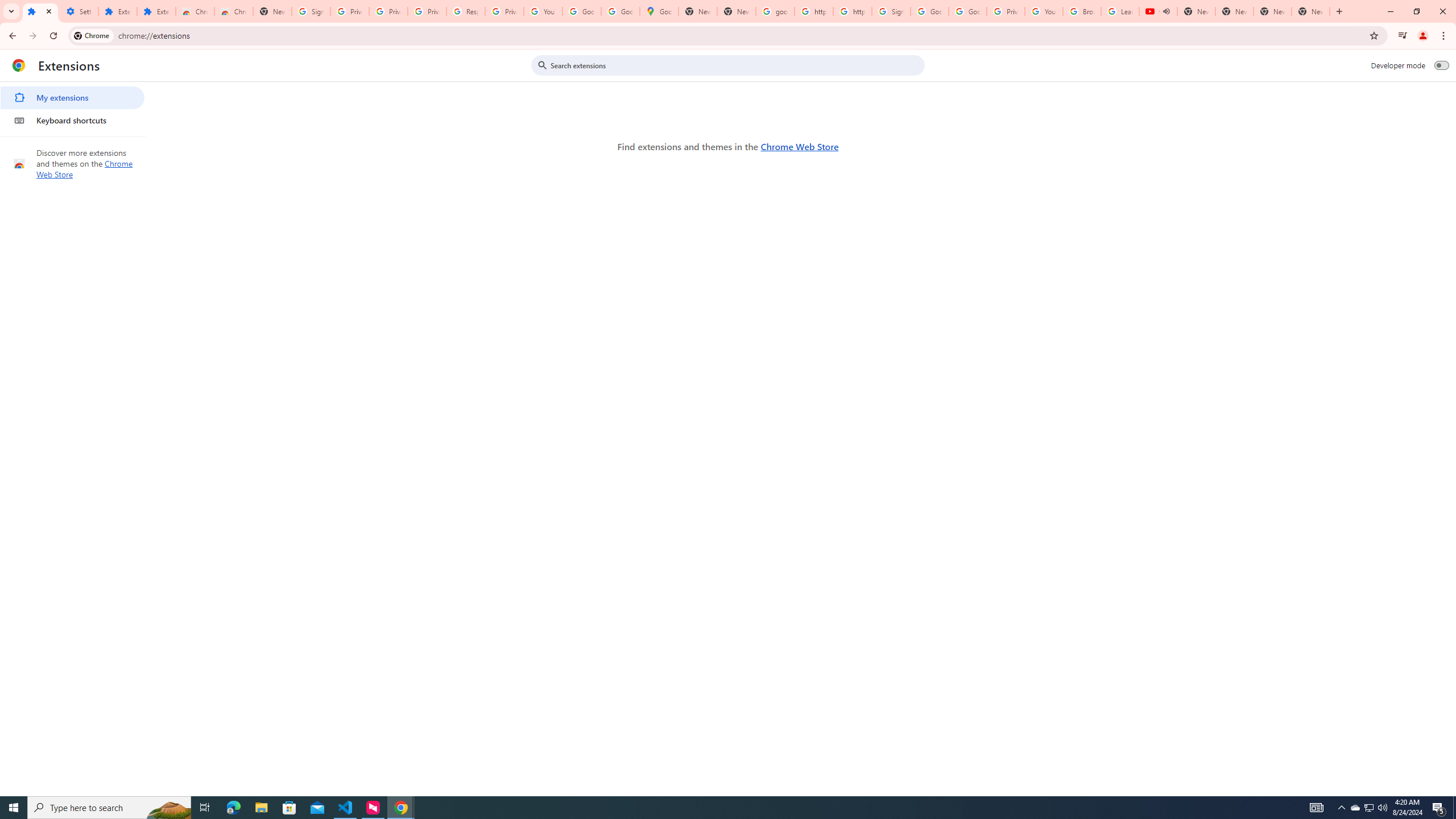  I want to click on 'AutomationID: sectionMenu', so click(72, 106).